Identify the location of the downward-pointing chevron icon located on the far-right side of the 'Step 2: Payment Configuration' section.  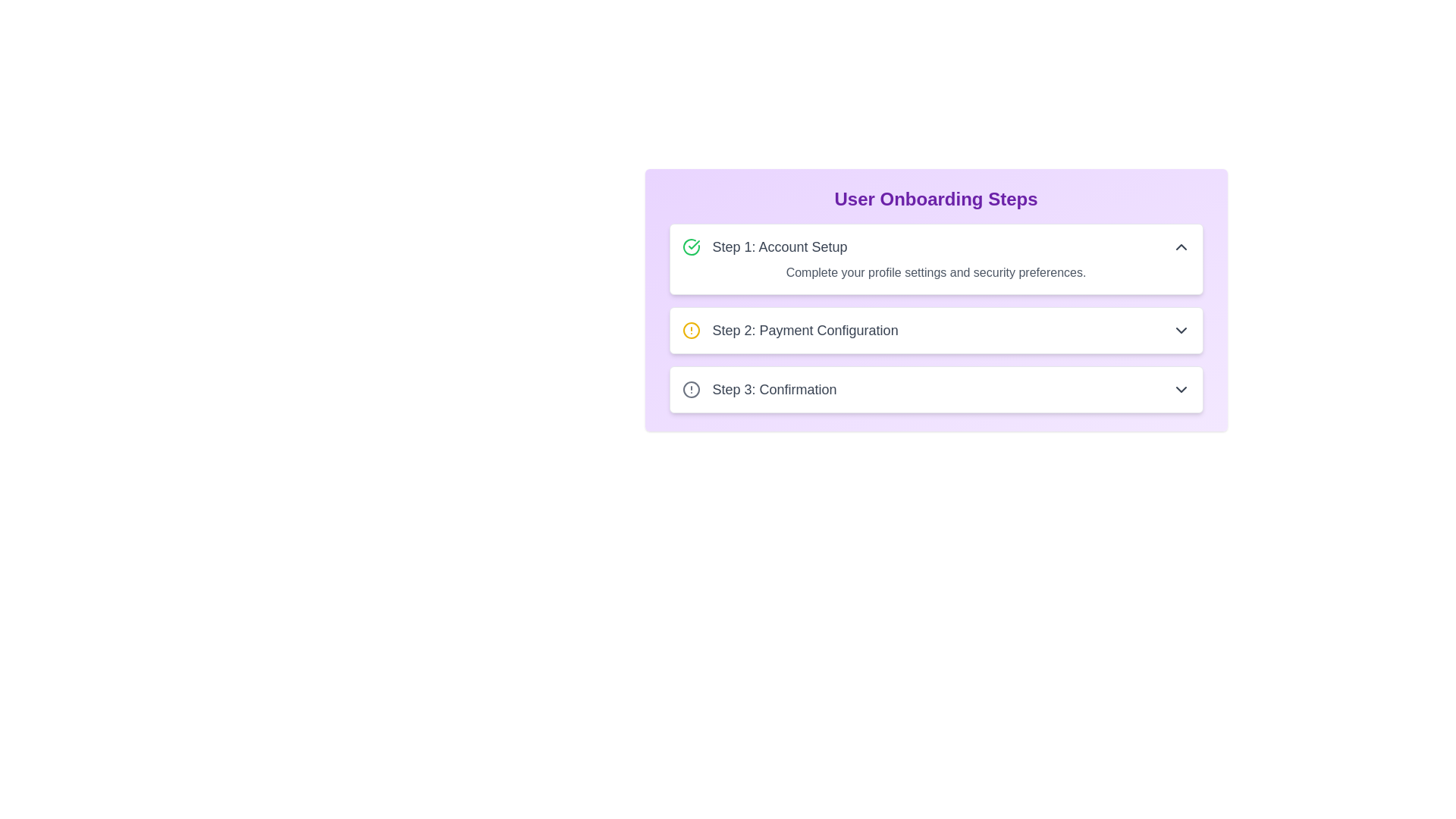
(1180, 329).